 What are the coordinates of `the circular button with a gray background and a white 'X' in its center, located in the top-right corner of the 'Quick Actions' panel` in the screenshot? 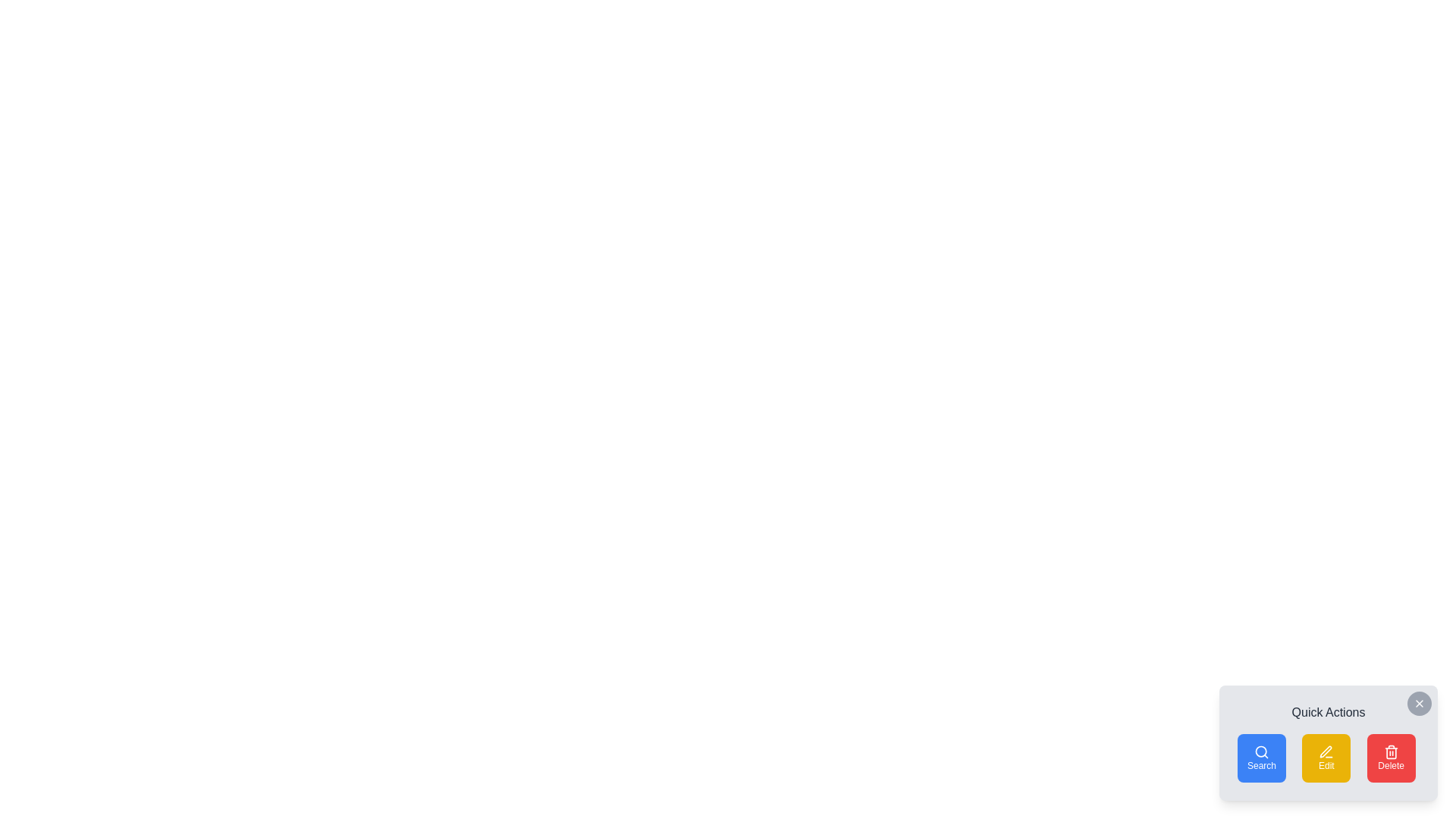 It's located at (1419, 704).